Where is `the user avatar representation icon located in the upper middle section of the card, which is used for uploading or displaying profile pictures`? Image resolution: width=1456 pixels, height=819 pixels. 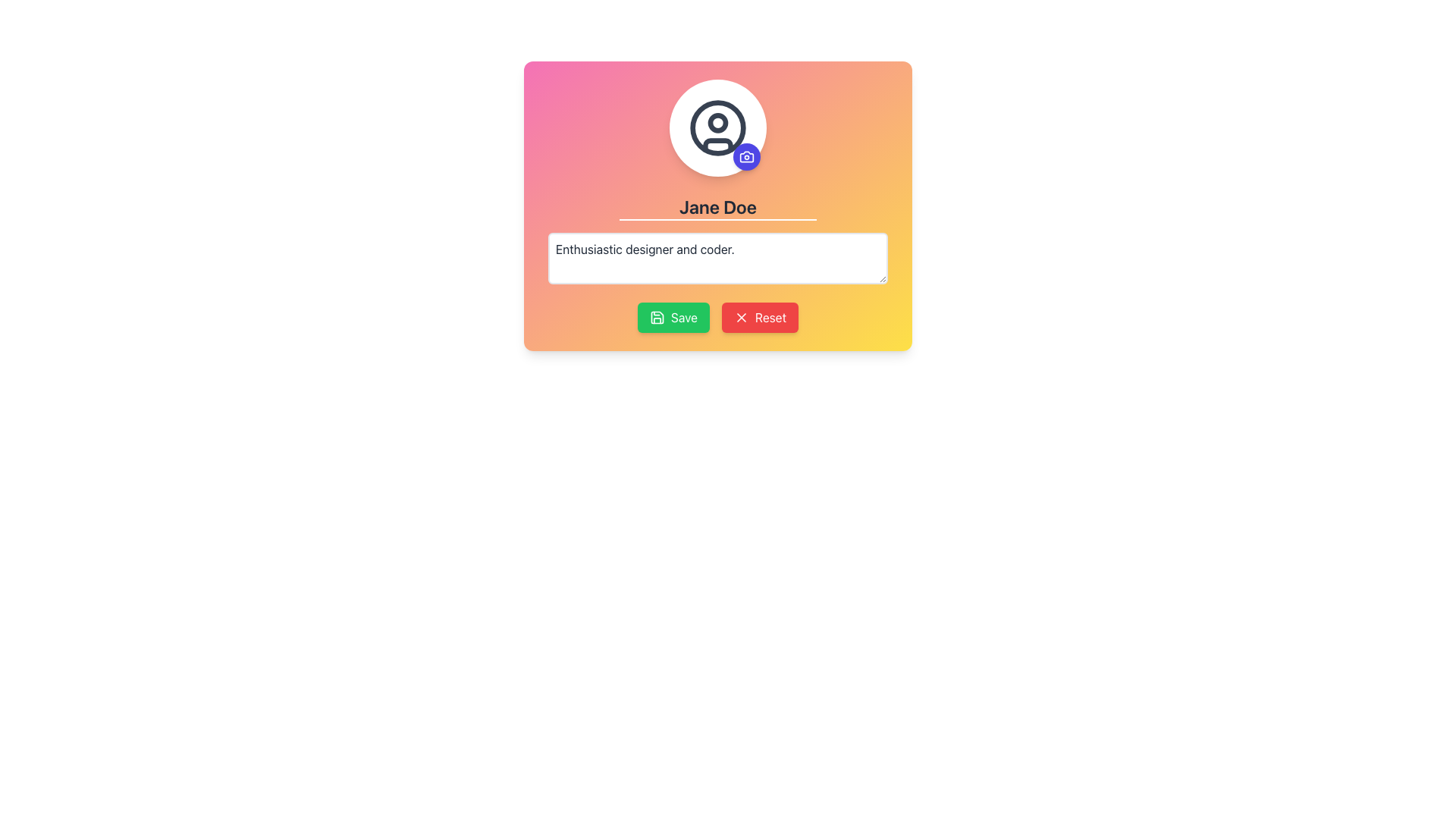 the user avatar representation icon located in the upper middle section of the card, which is used for uploading or displaying profile pictures is located at coordinates (717, 127).